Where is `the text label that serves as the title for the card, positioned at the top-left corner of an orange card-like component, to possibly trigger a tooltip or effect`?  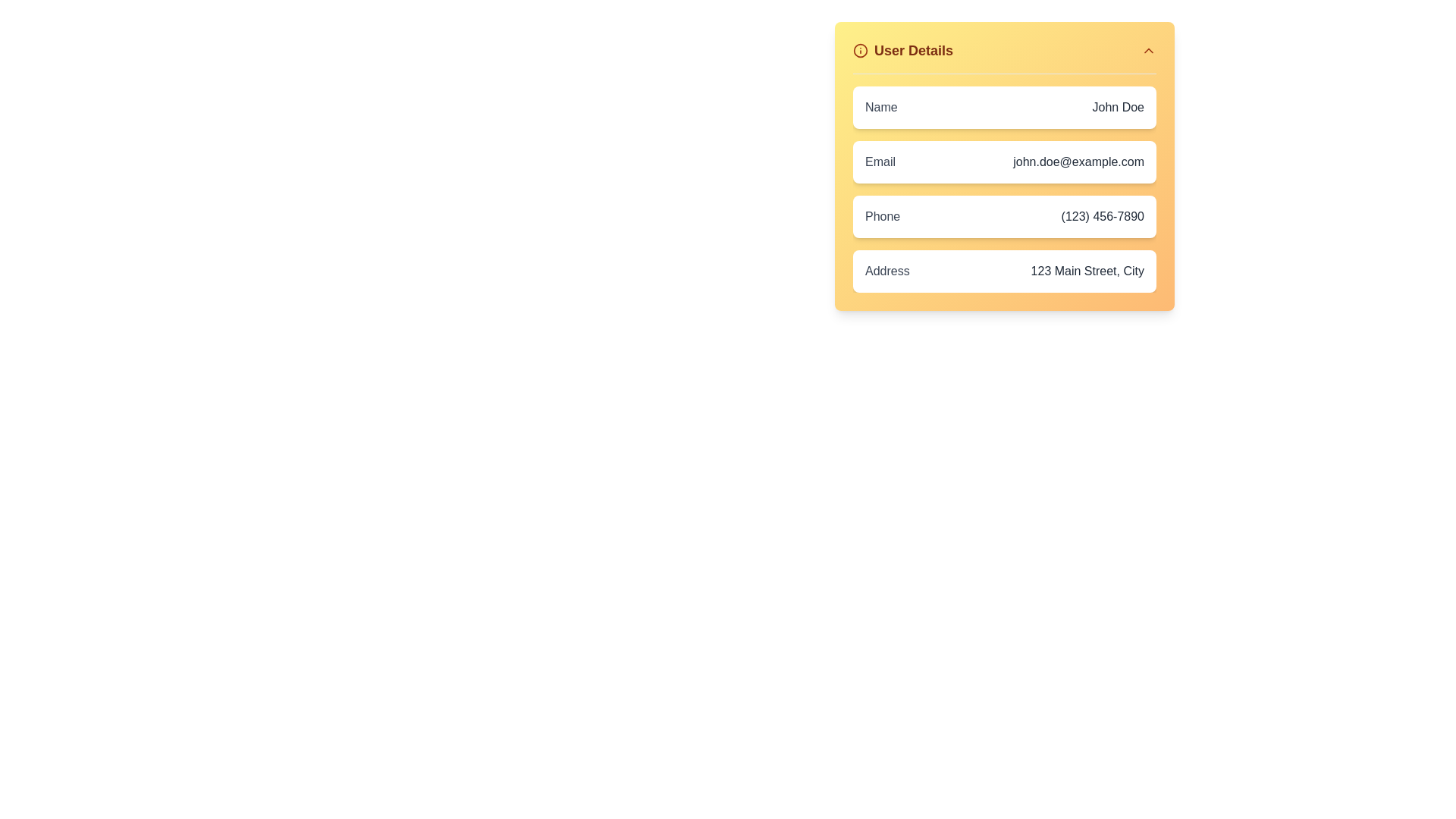 the text label that serves as the title for the card, positioned at the top-left corner of an orange card-like component, to possibly trigger a tooltip or effect is located at coordinates (912, 49).